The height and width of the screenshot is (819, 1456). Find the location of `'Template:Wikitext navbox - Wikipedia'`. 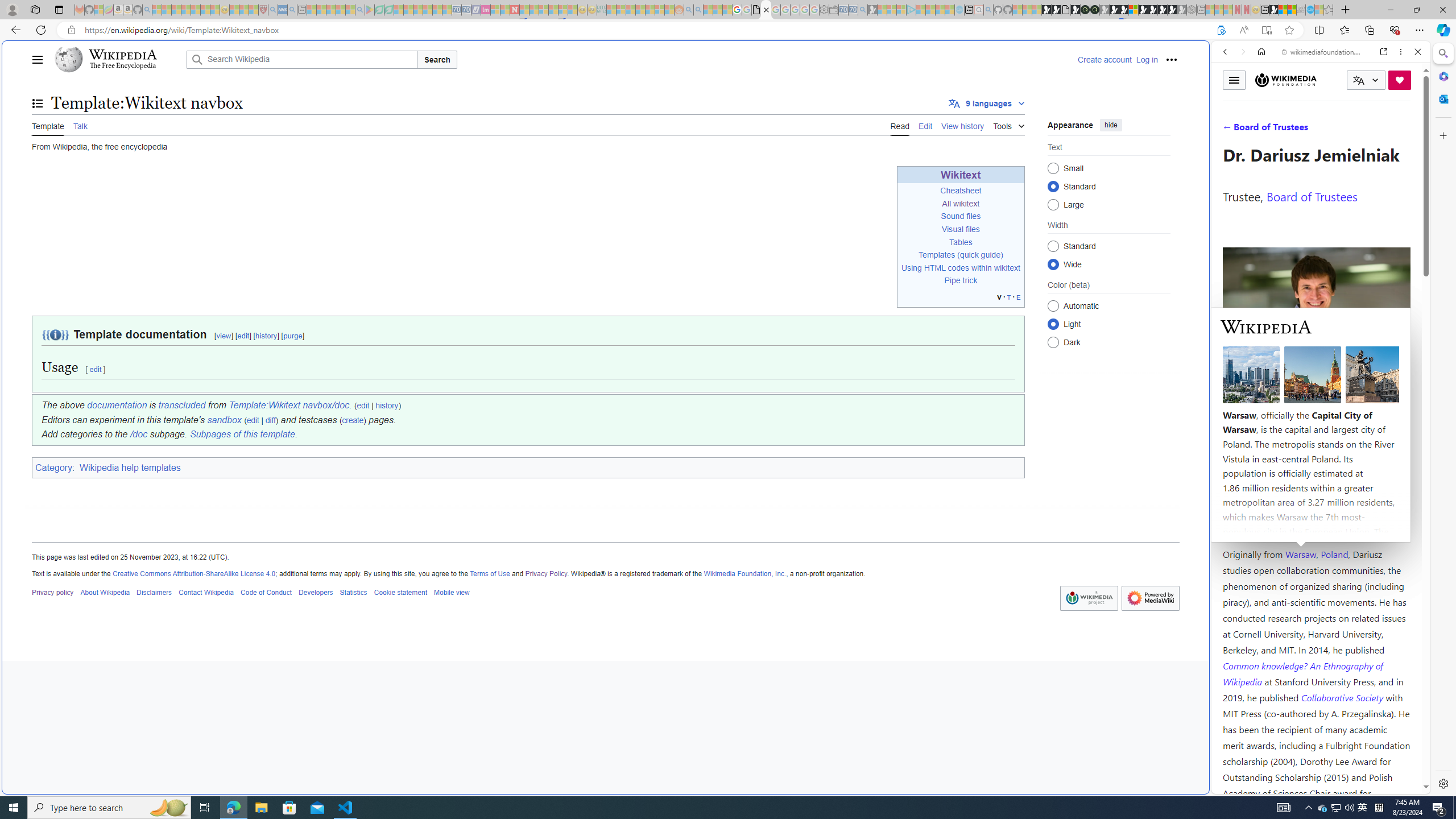

'Template:Wikitext navbox - Wikipedia' is located at coordinates (766, 9).